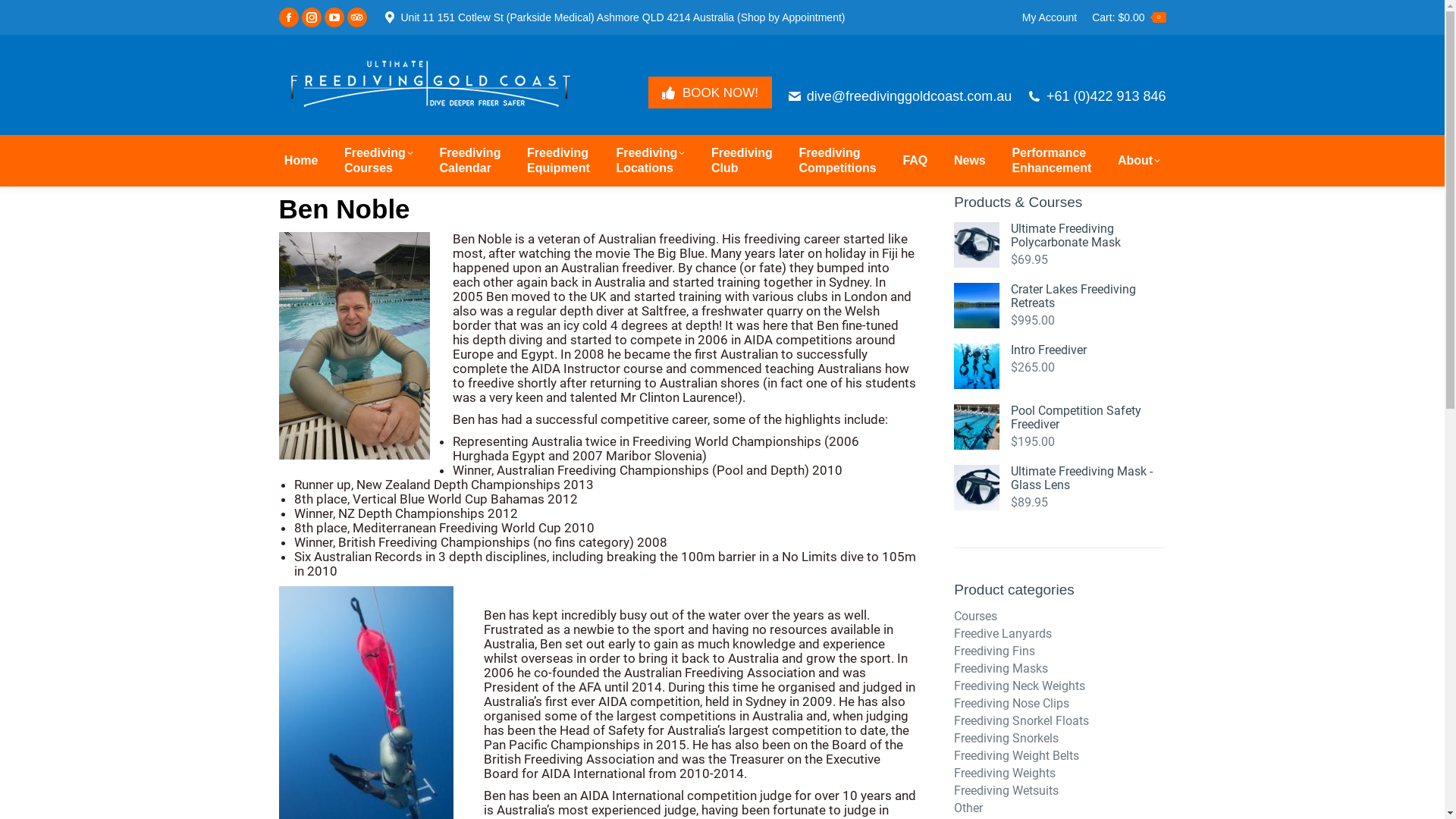  I want to click on 'News', so click(968, 161).